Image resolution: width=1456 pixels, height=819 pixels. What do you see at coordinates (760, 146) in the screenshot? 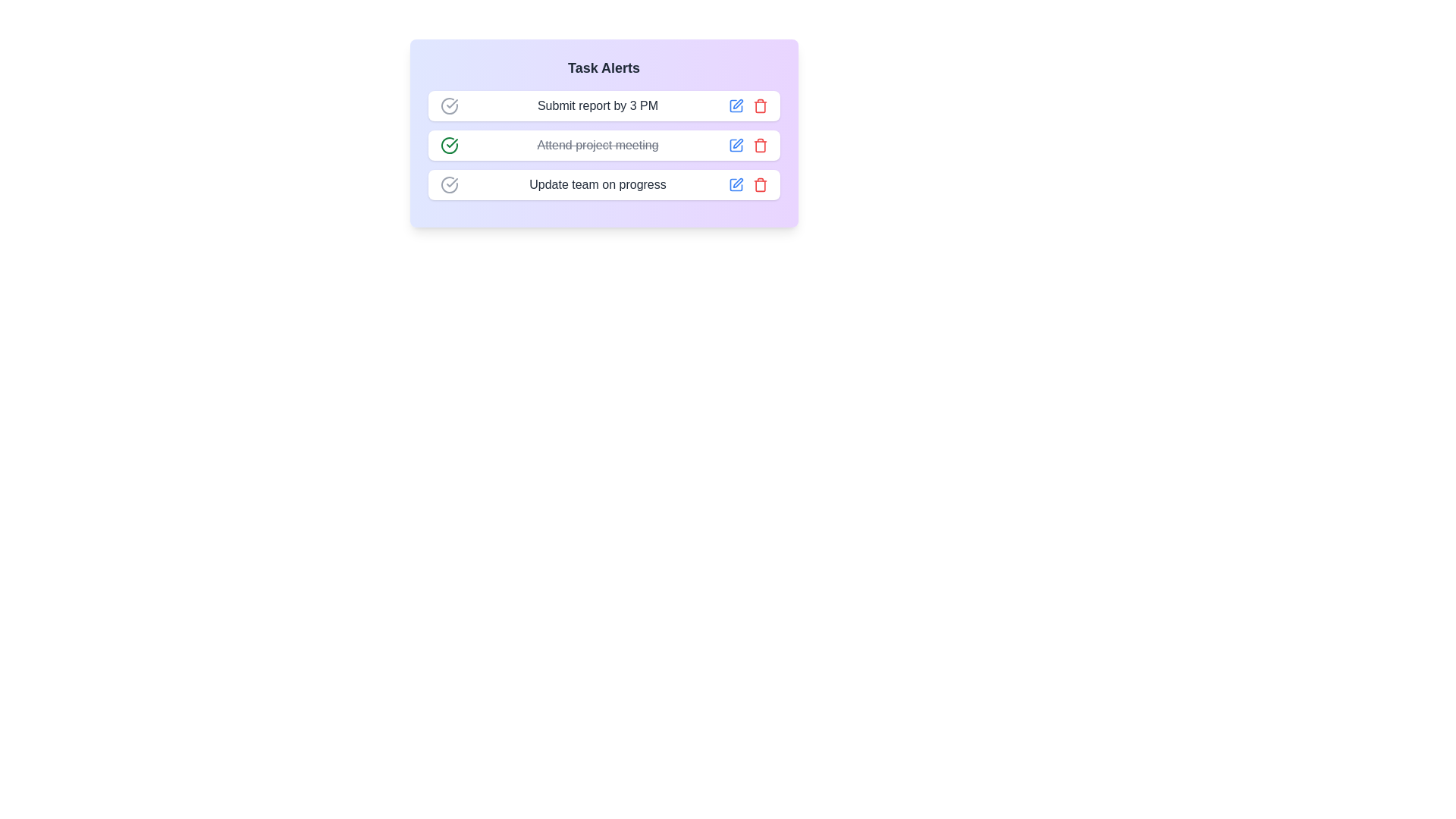
I see `the trash icon of the task with text 'Attend project meeting' to delete it` at bounding box center [760, 146].